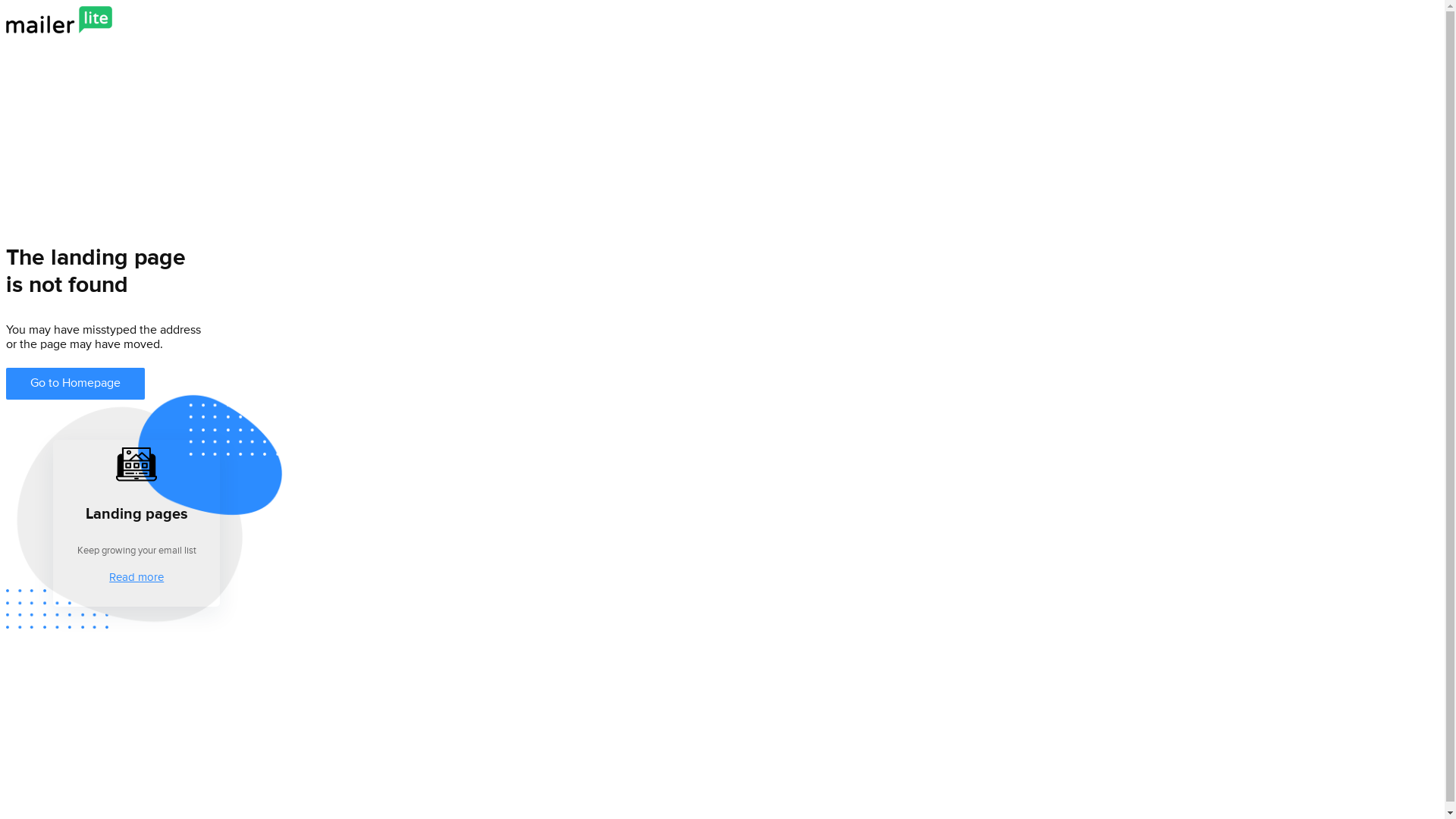  I want to click on 'Go to Homepage', so click(74, 382).